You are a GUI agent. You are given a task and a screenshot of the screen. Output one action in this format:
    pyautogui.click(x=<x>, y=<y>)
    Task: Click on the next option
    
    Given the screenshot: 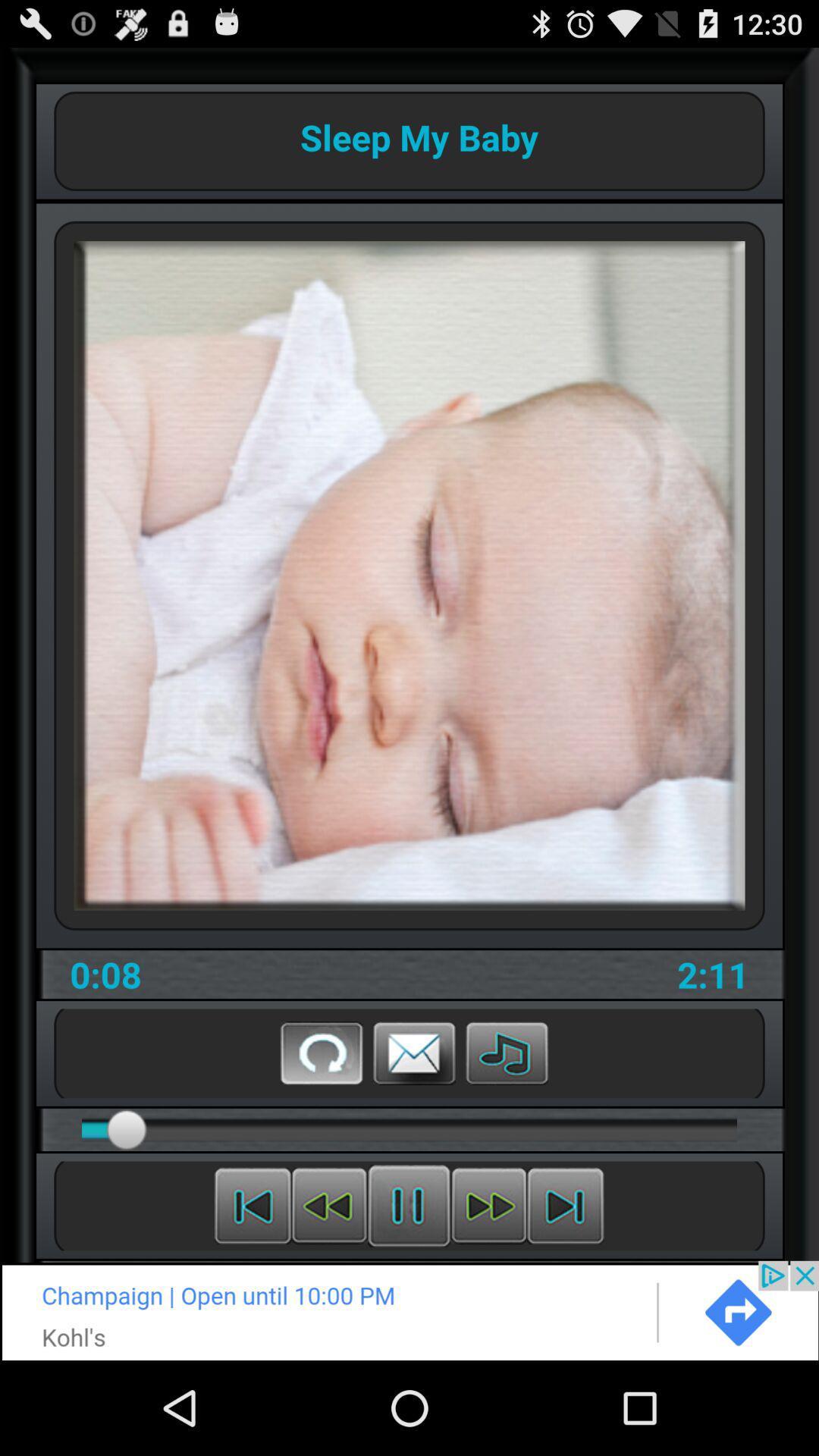 What is the action you would take?
    pyautogui.click(x=409, y=1310)
    